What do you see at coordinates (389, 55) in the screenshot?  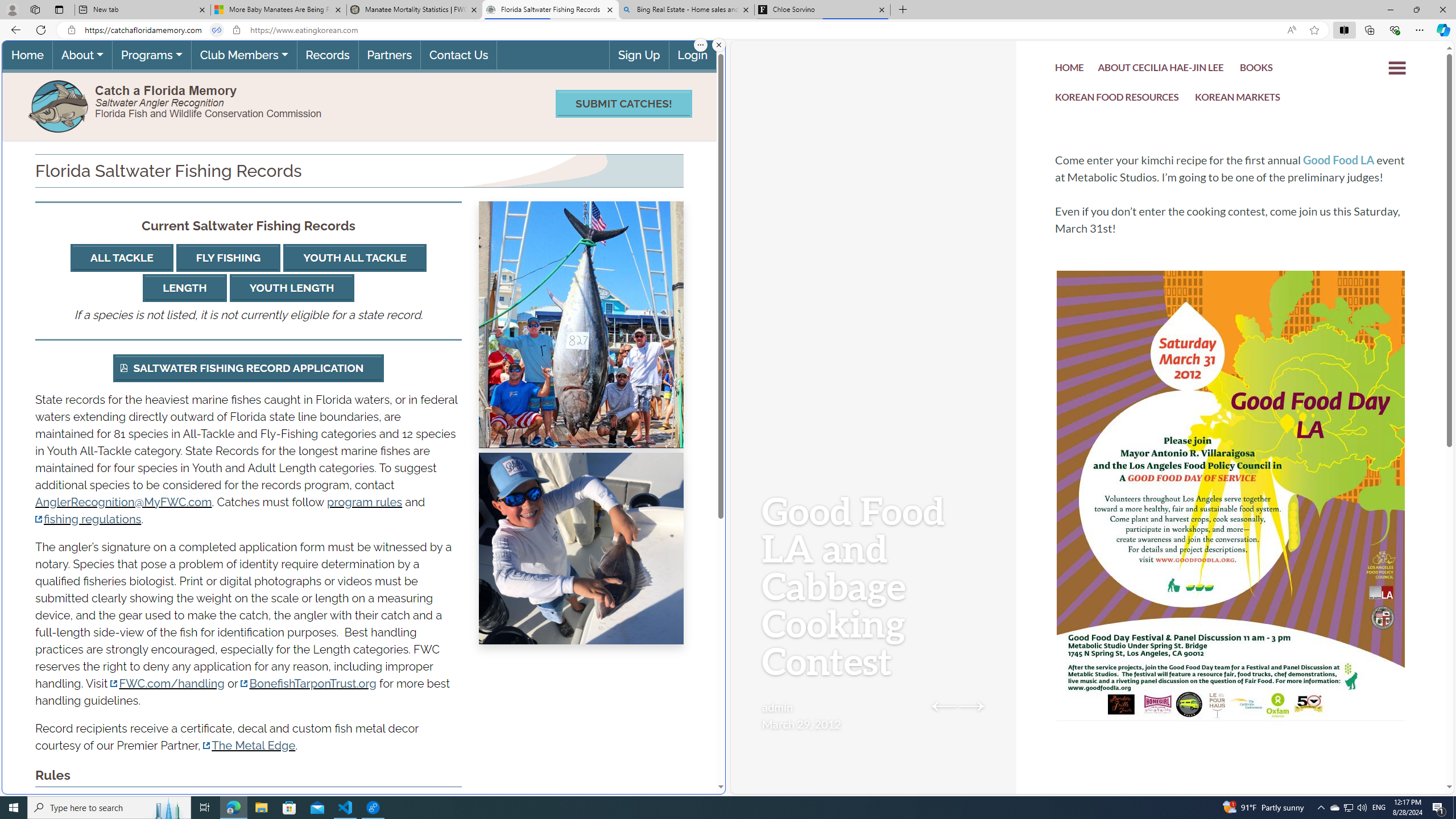 I see `'Partners'` at bounding box center [389, 55].